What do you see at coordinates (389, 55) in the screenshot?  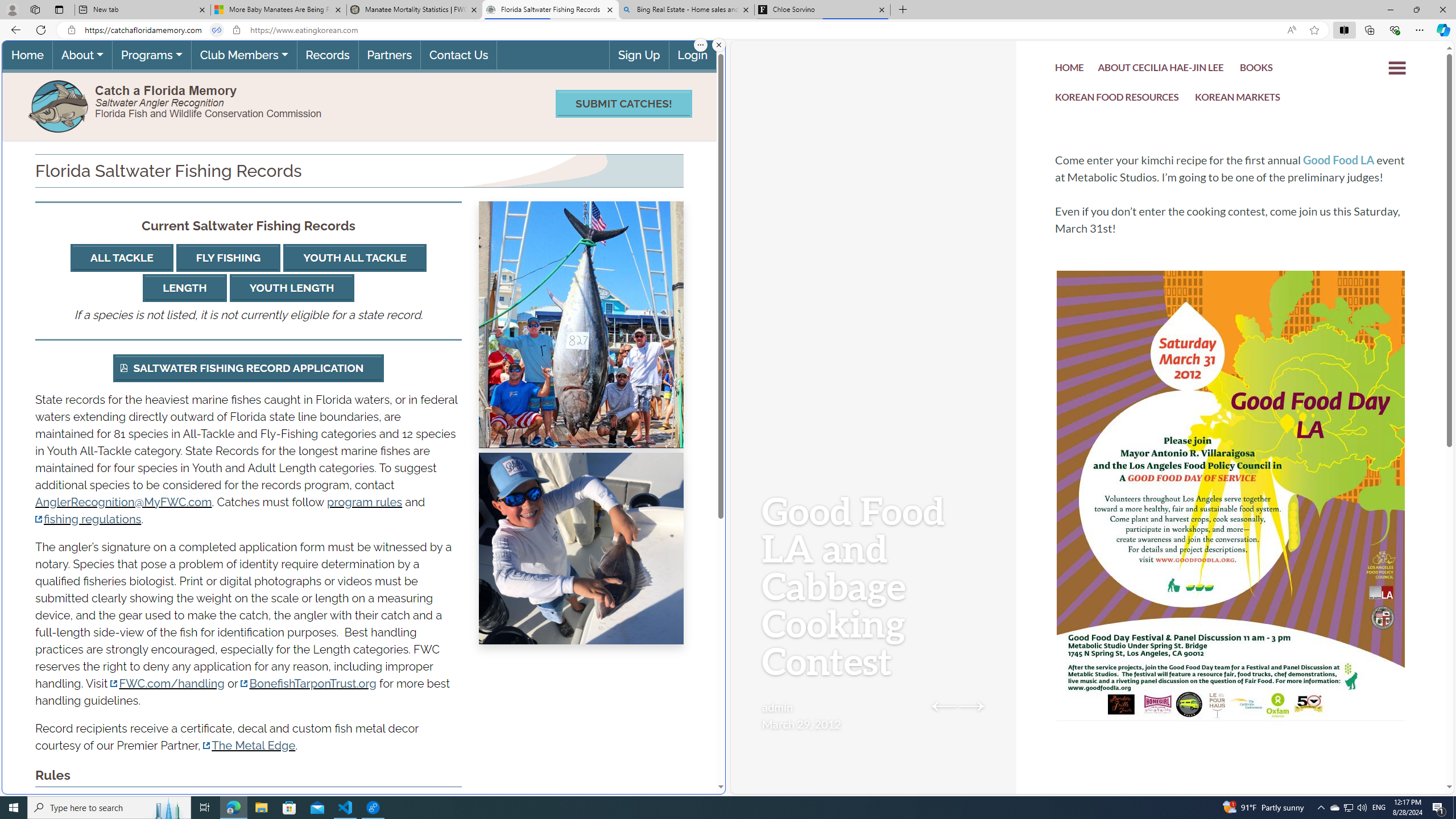 I see `'Partners'` at bounding box center [389, 55].